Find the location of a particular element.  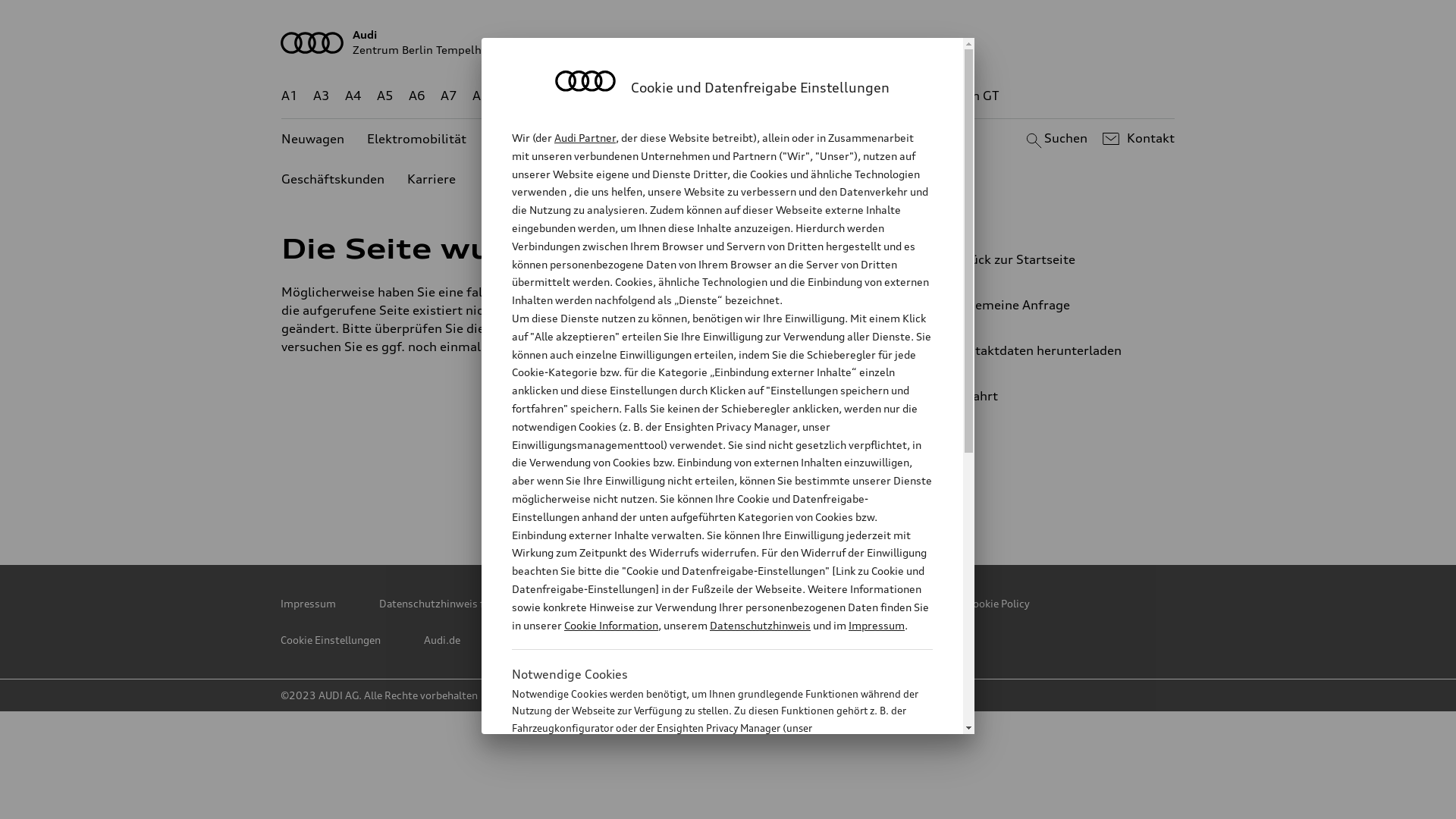

'A5' is located at coordinates (385, 96).